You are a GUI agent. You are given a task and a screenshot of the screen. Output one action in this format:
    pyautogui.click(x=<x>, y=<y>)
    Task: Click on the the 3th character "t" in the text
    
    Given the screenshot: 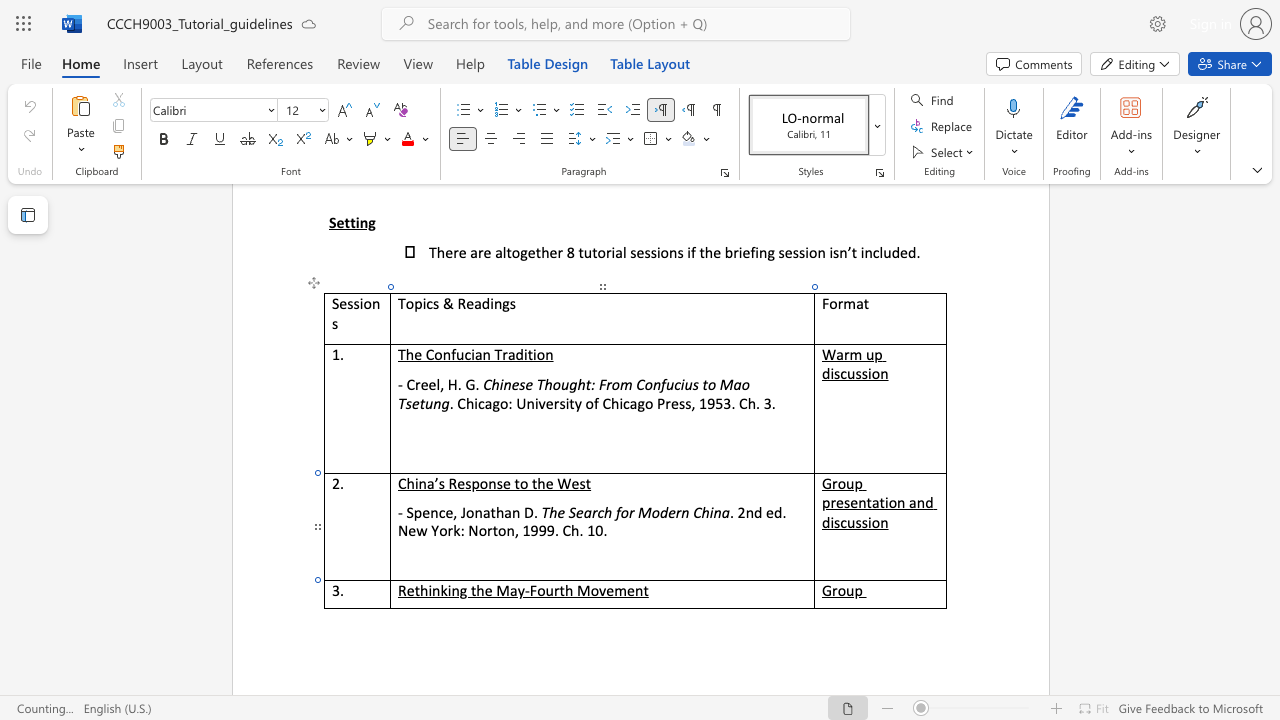 What is the action you would take?
    pyautogui.click(x=561, y=589)
    